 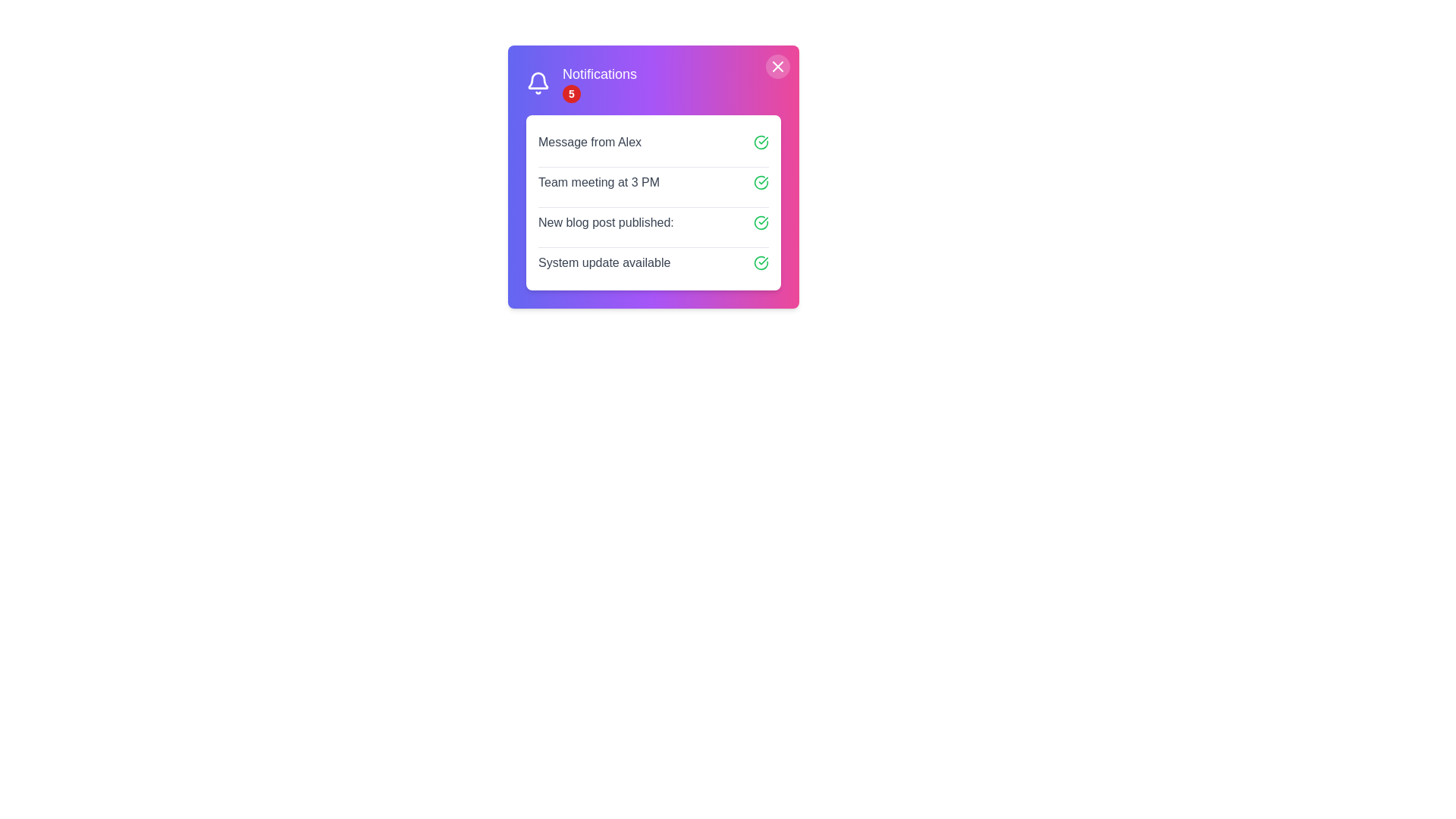 I want to click on the circular-shaped graphical component that conveys a check mark within a circle, located in the notification panel for the 'System update available' message, so click(x=761, y=262).